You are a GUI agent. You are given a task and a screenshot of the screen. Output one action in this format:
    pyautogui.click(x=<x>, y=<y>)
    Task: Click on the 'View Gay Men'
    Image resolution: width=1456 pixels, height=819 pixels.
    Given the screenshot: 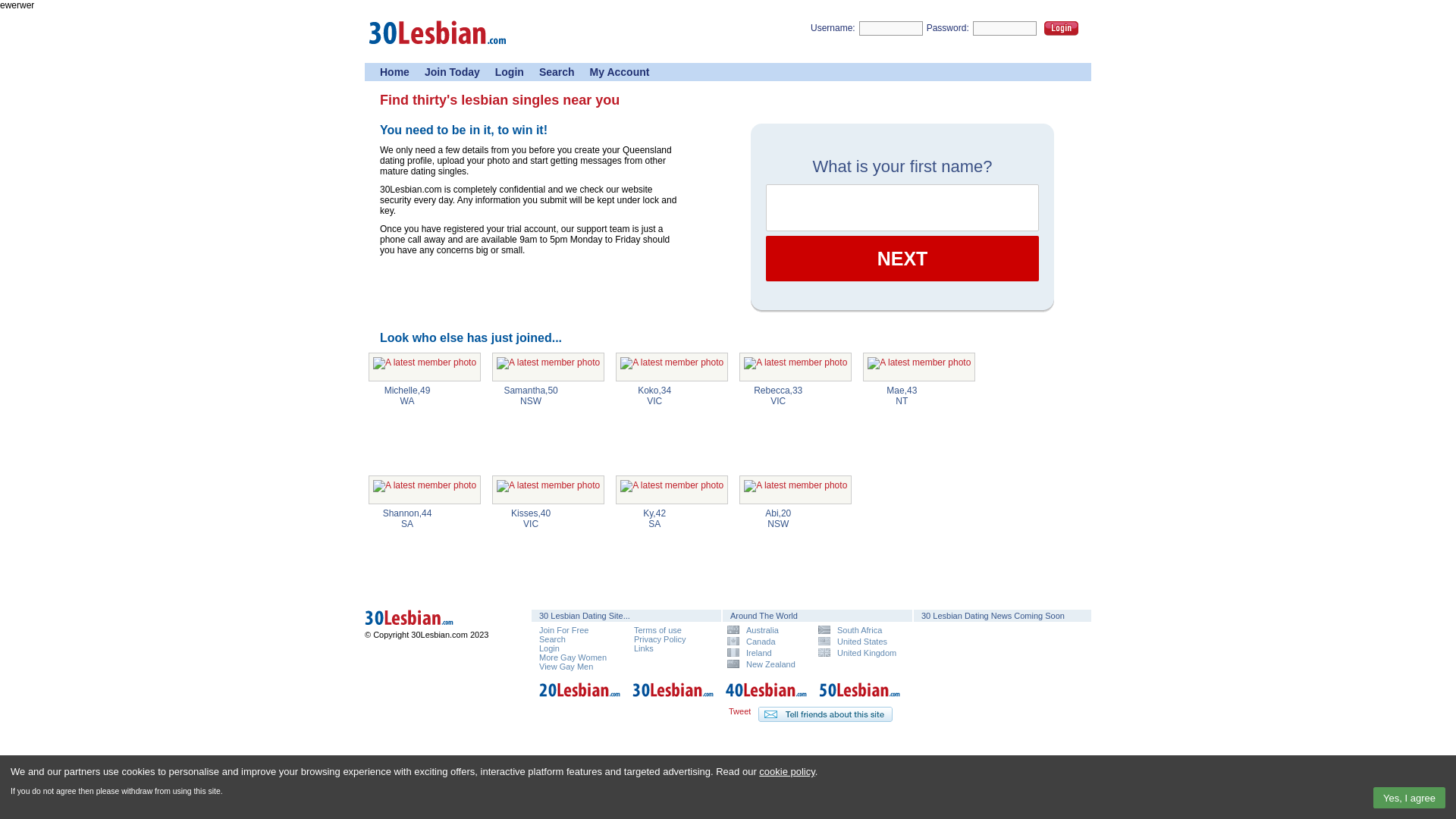 What is the action you would take?
    pyautogui.click(x=565, y=666)
    